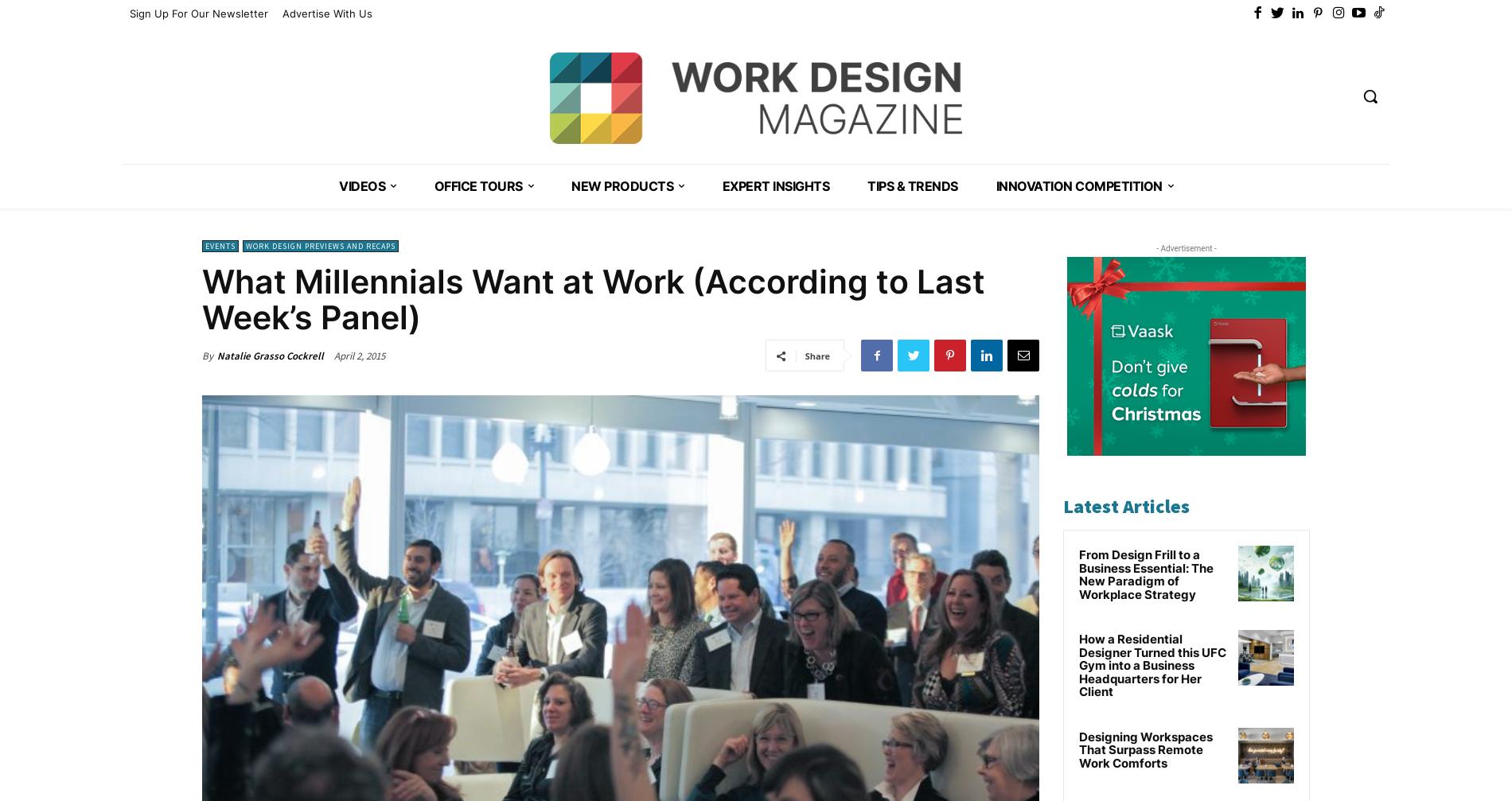  Describe the element at coordinates (326, 14) in the screenshot. I see `'Advertise With Us'` at that location.